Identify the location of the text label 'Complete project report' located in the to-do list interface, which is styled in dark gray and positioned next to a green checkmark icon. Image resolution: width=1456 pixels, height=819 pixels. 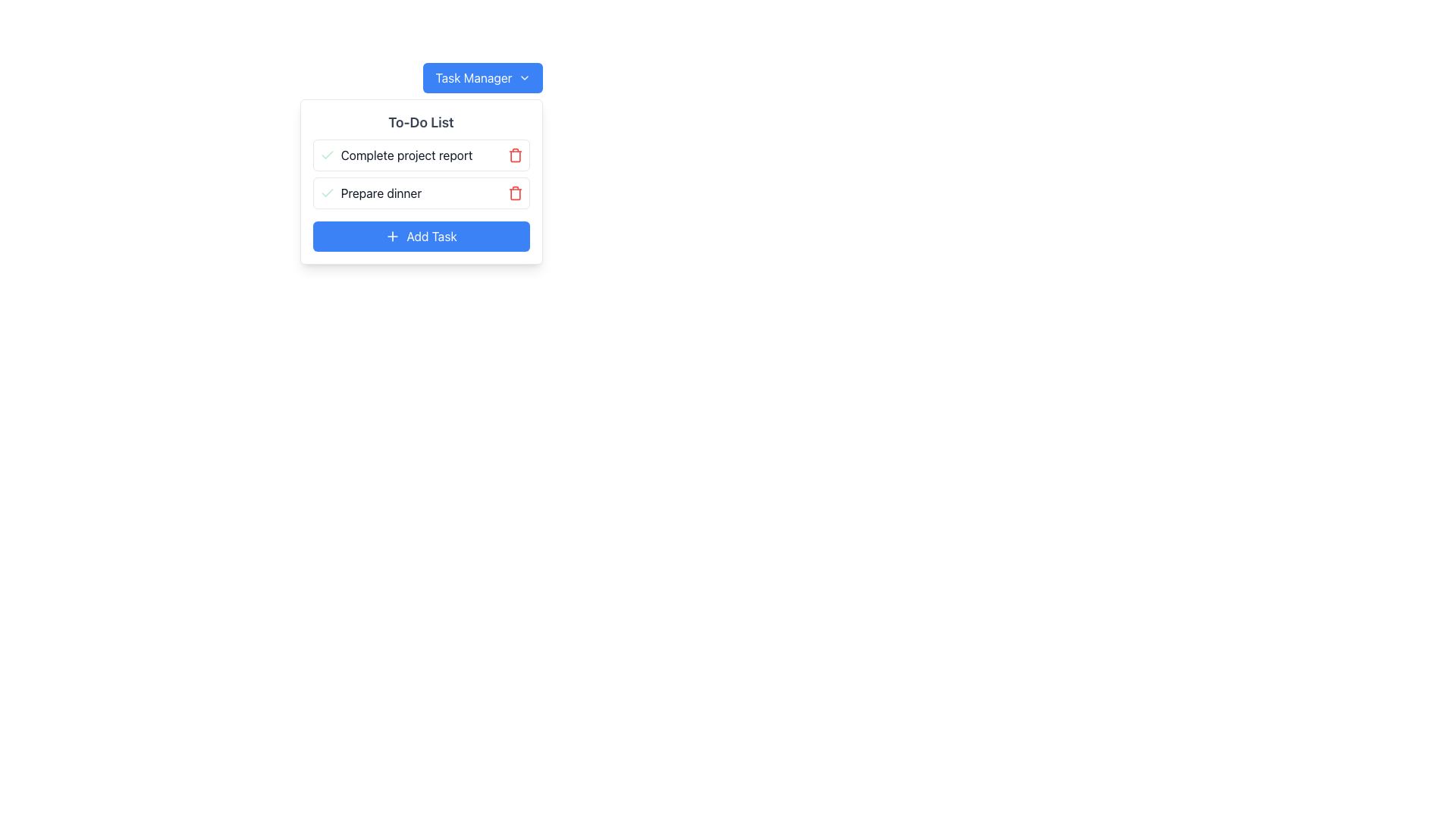
(396, 155).